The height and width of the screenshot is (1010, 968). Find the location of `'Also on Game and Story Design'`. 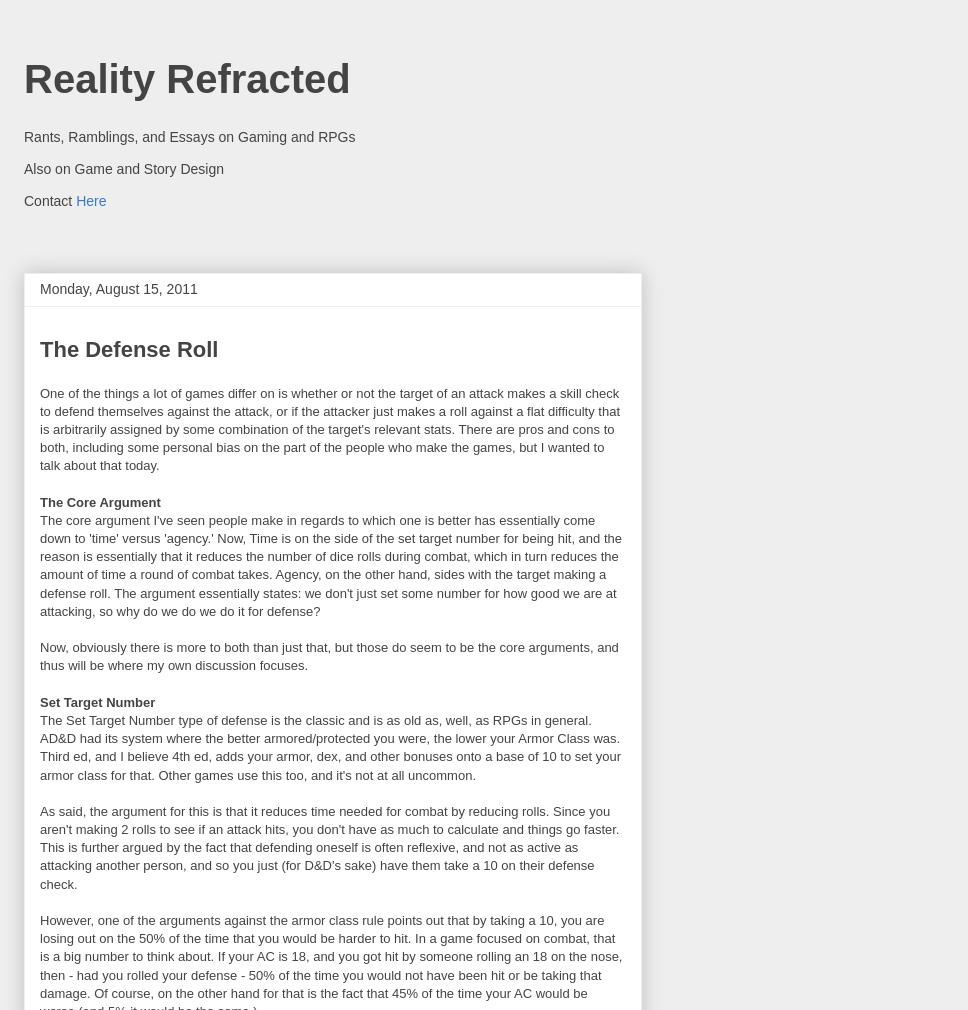

'Also on Game and Story Design' is located at coordinates (24, 166).